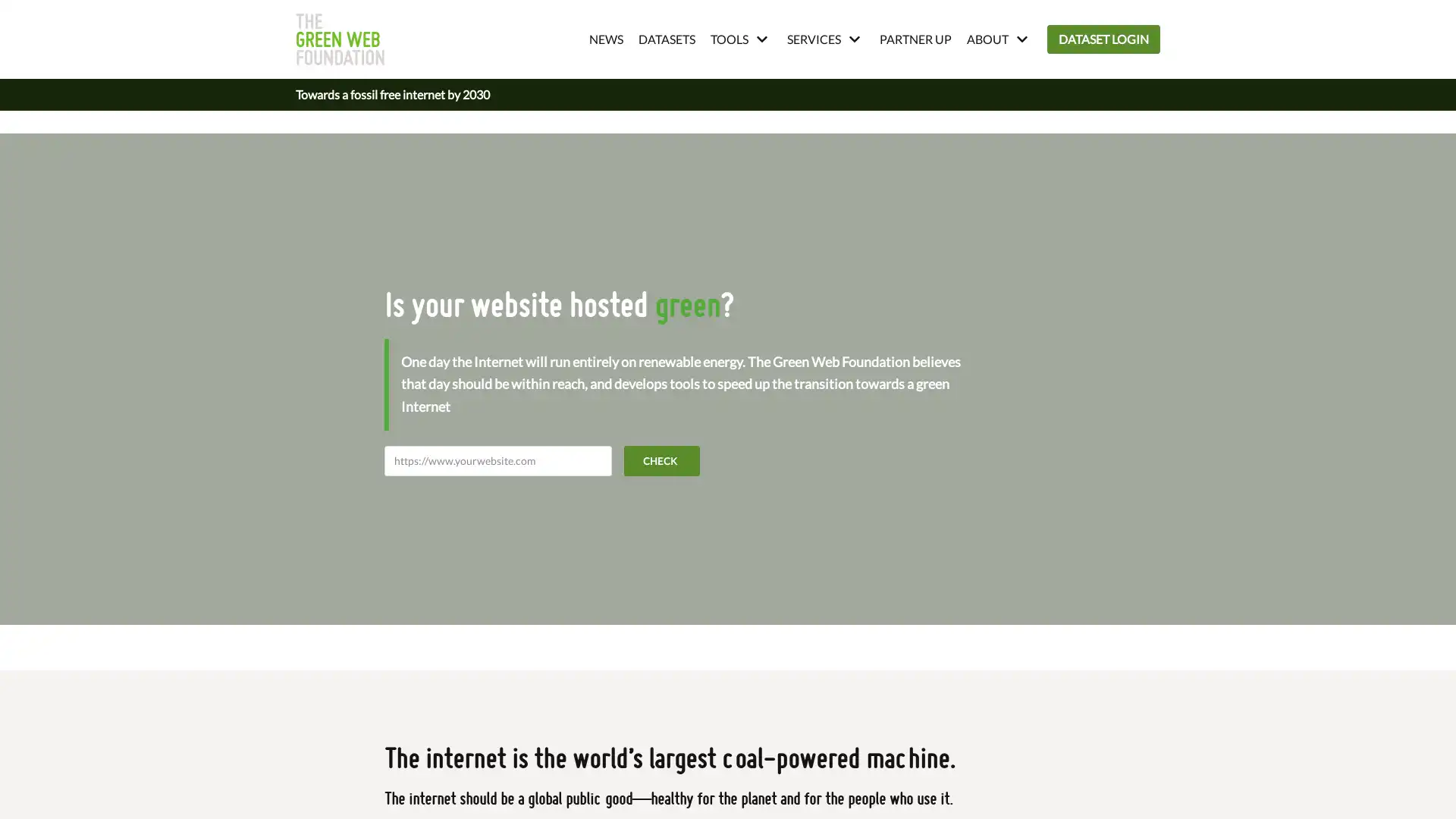  What do you see at coordinates (662, 459) in the screenshot?
I see `CHECK` at bounding box center [662, 459].